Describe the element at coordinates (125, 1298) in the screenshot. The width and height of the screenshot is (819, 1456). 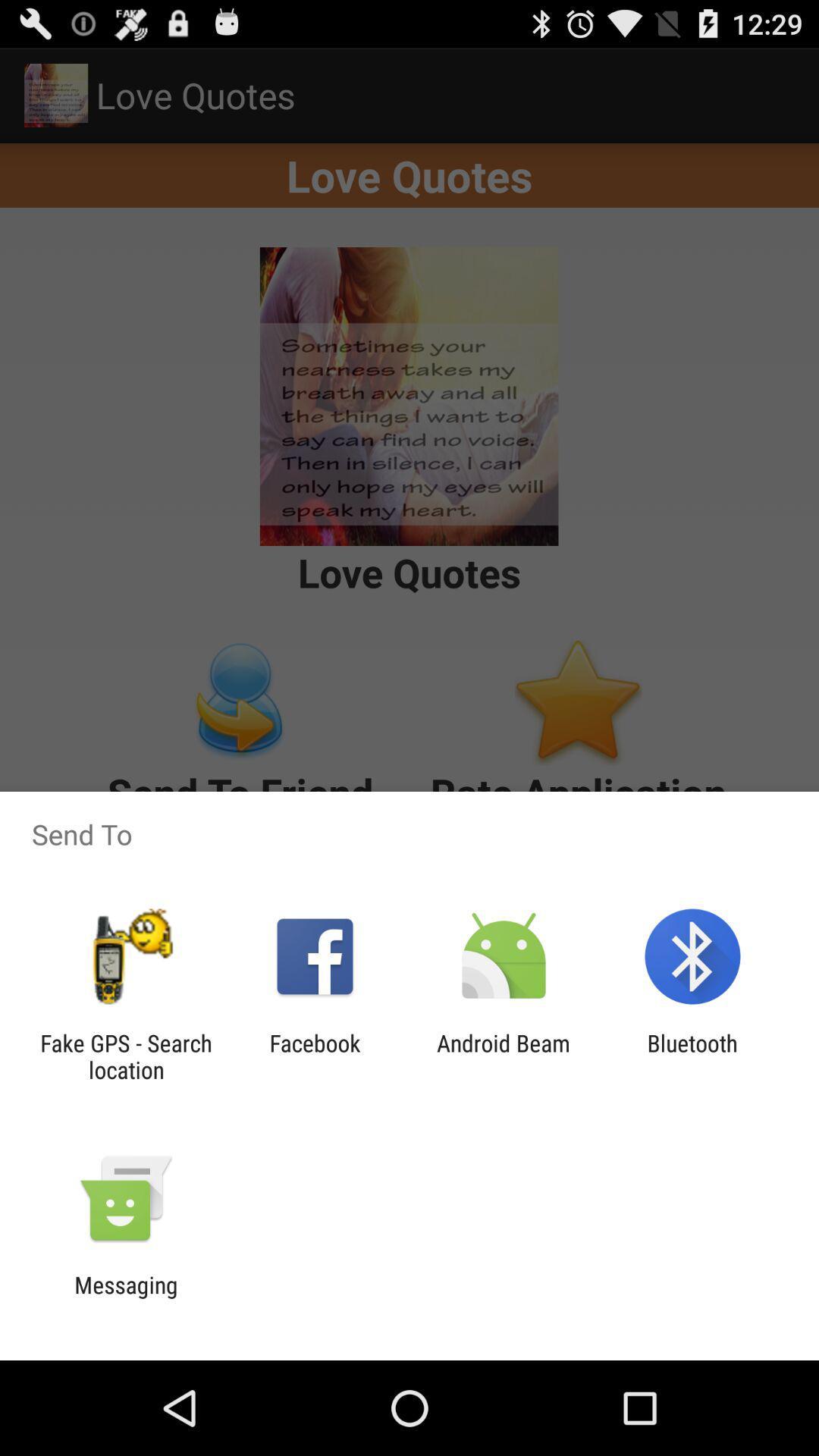
I see `the messaging app` at that location.